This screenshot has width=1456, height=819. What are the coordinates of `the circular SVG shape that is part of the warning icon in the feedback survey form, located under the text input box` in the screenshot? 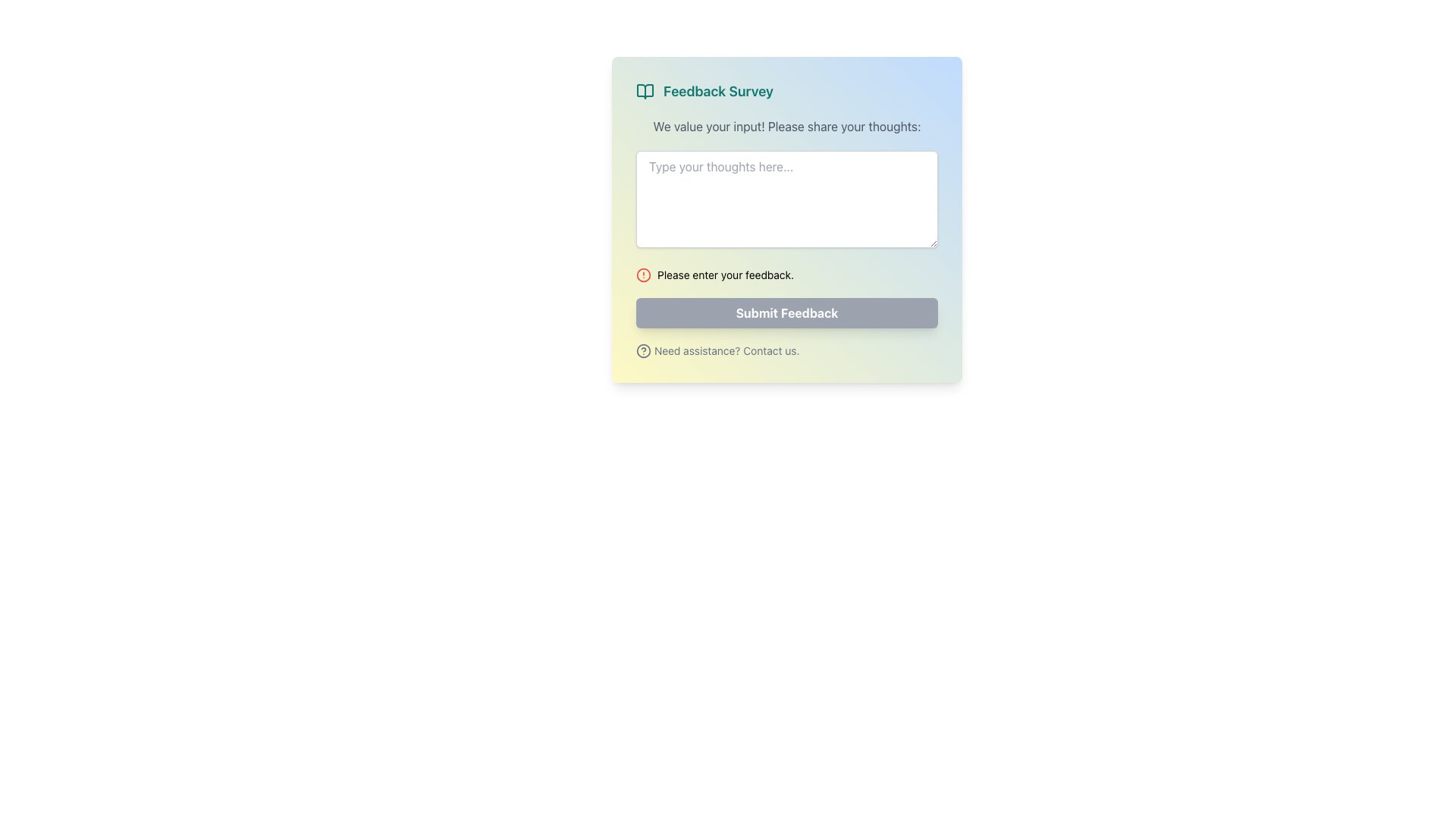 It's located at (644, 275).